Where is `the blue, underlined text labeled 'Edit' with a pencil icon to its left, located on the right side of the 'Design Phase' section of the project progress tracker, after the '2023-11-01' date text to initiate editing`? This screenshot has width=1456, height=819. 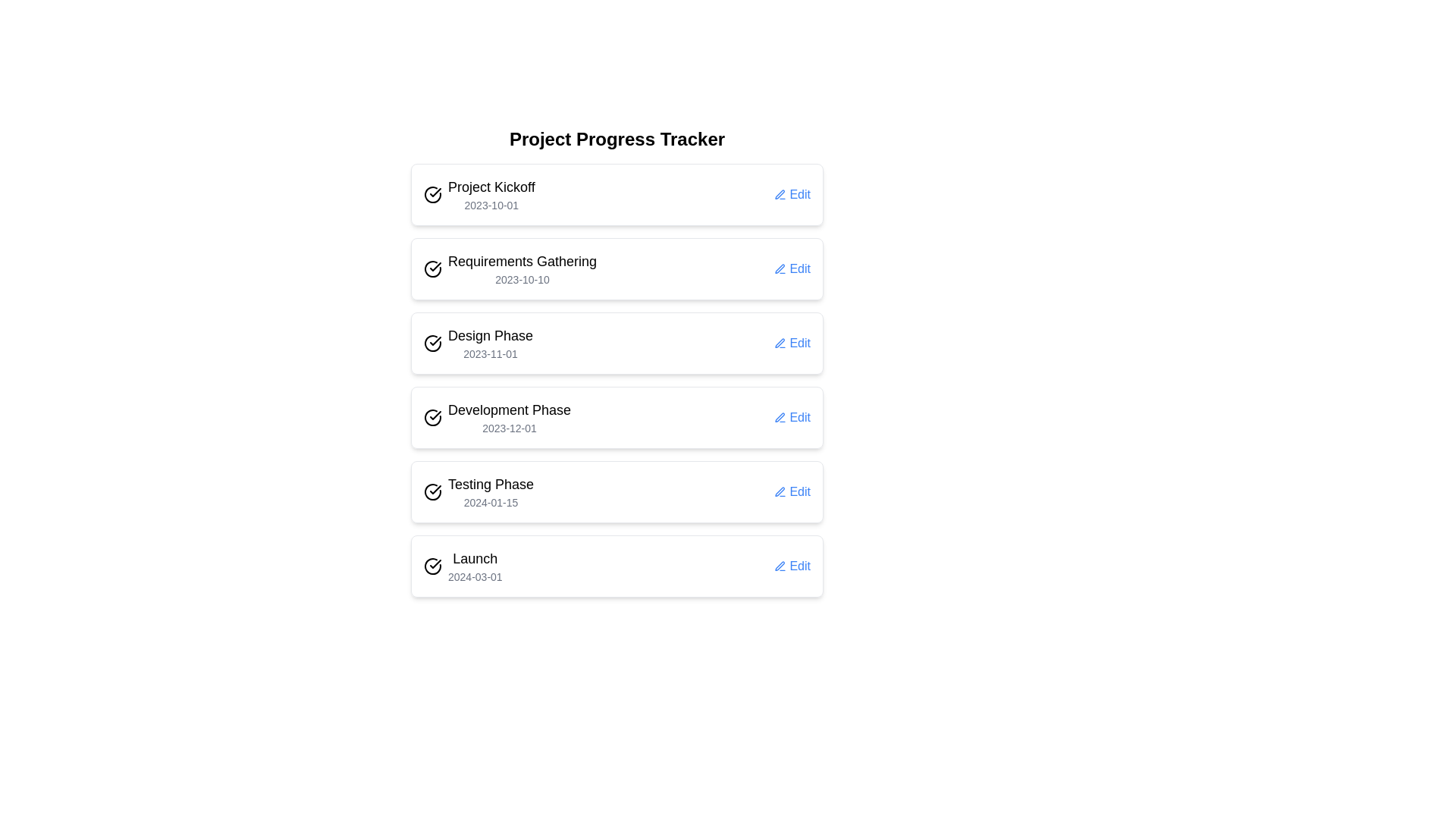 the blue, underlined text labeled 'Edit' with a pencil icon to its left, located on the right side of the 'Design Phase' section of the project progress tracker, after the '2023-11-01' date text to initiate editing is located at coordinates (792, 343).